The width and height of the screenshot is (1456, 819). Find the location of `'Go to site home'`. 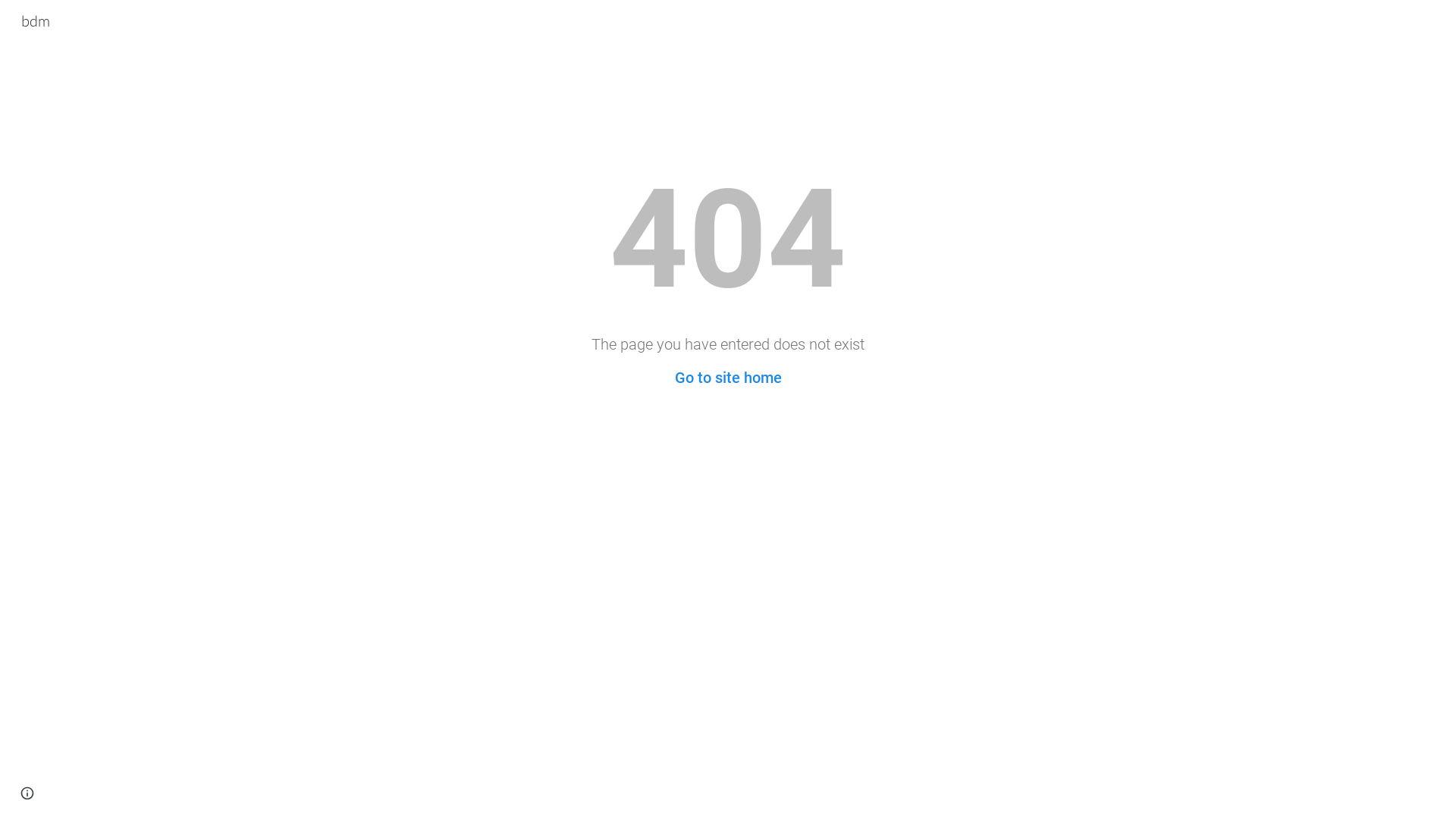

'Go to site home' is located at coordinates (673, 376).